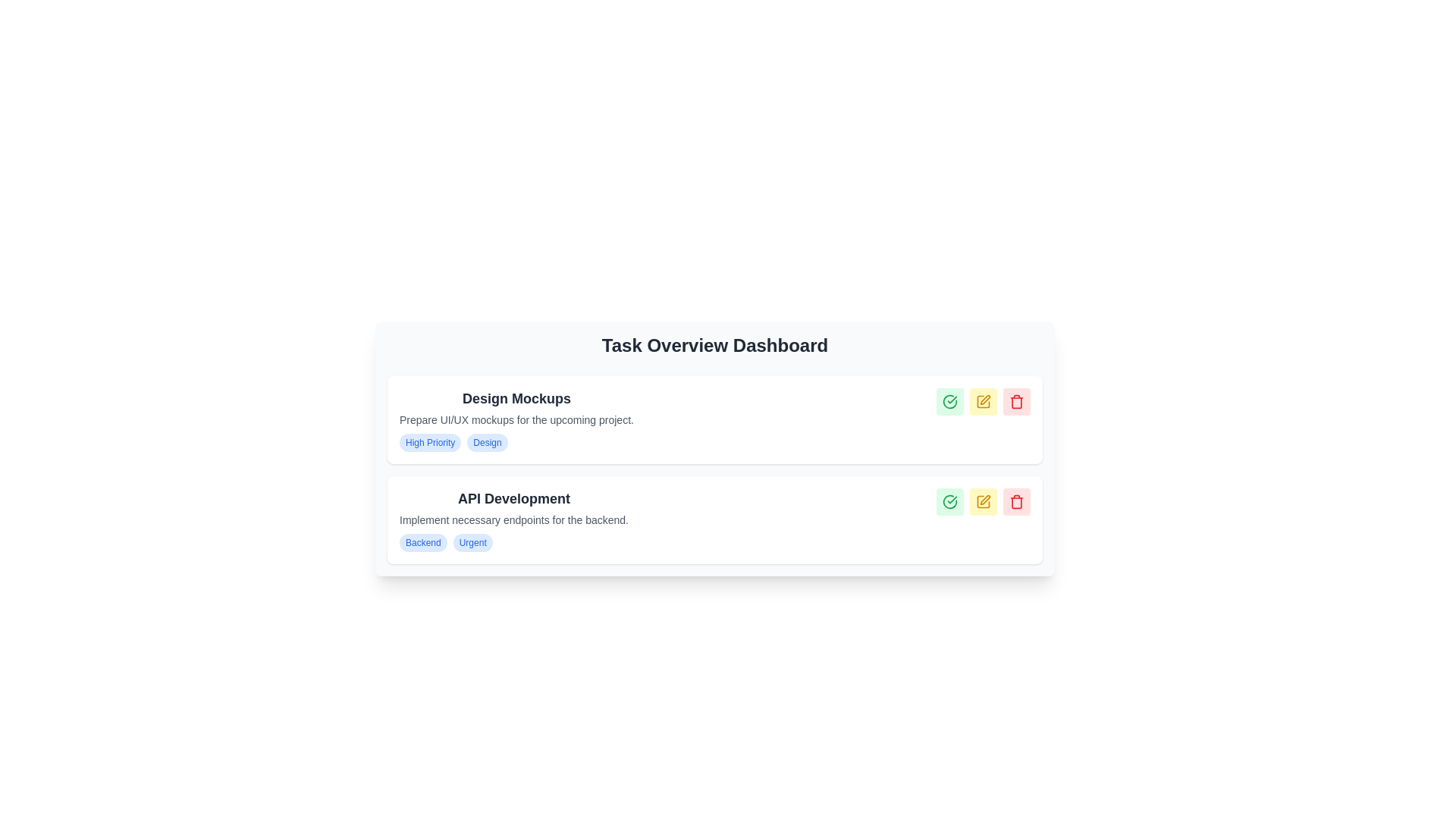 The height and width of the screenshot is (819, 1456). I want to click on the leftmost interactive icon in the second row of action buttons, so click(983, 502).